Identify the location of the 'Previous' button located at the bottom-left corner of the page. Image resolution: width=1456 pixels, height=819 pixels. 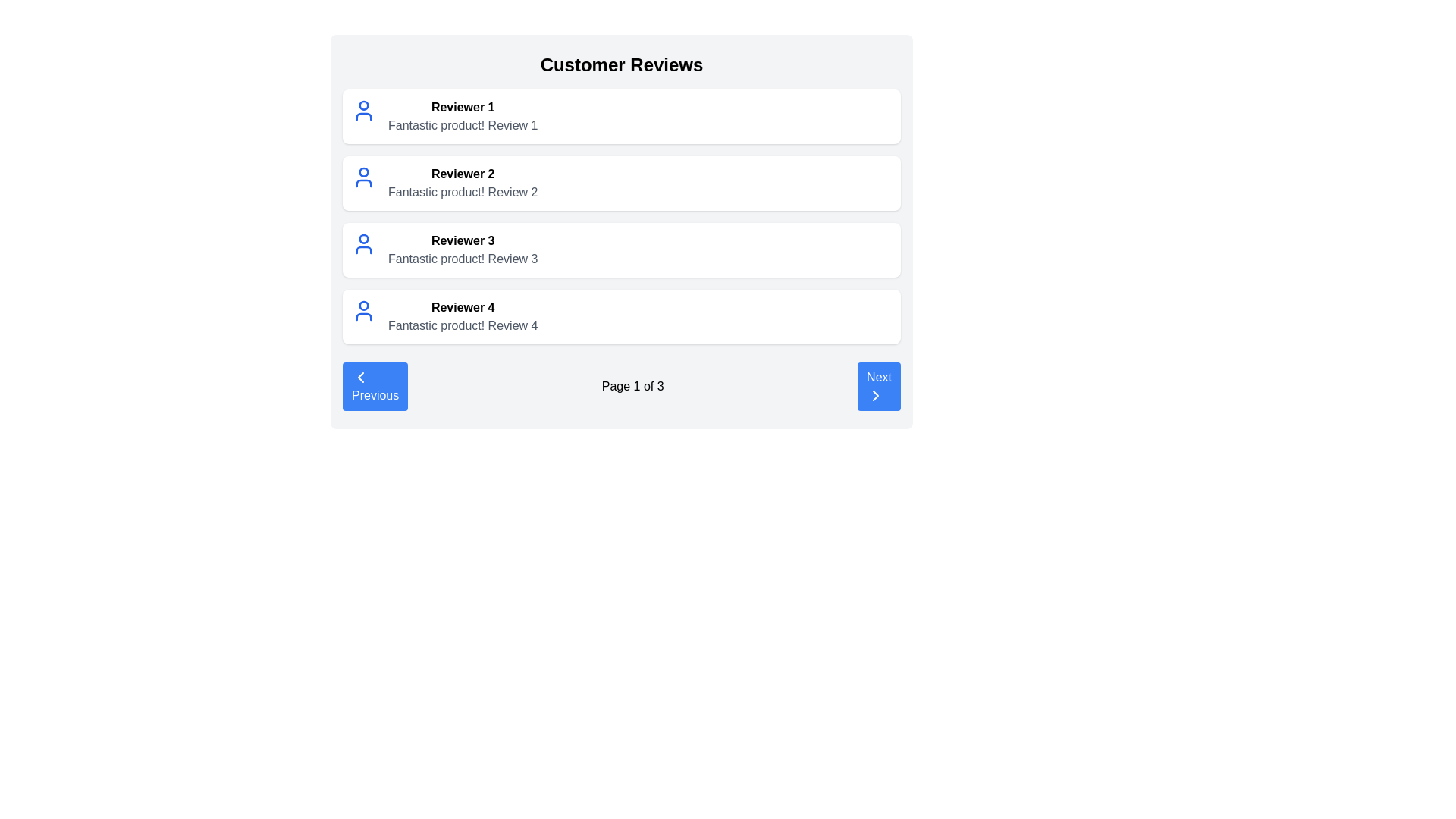
(375, 385).